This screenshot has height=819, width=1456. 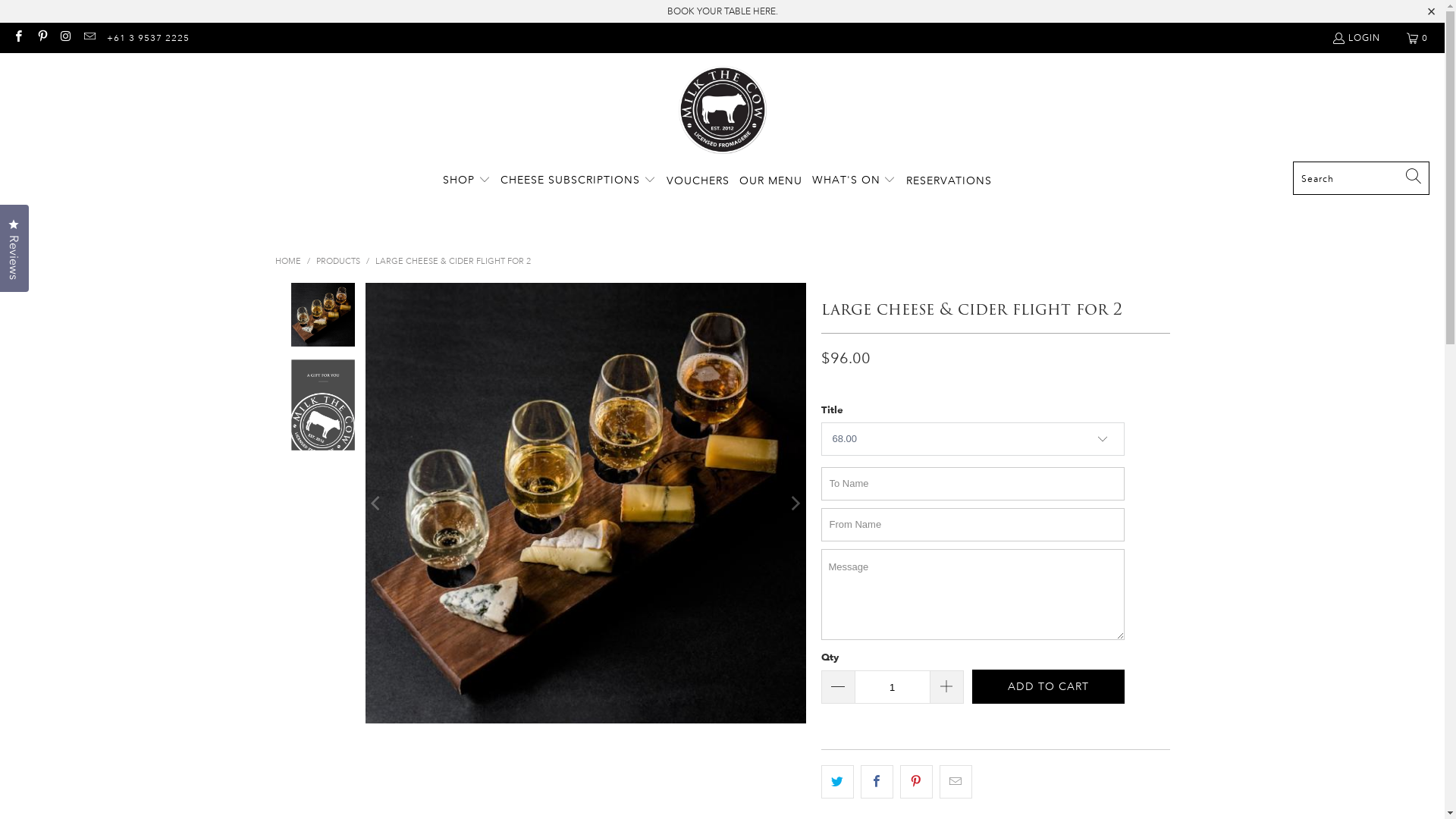 What do you see at coordinates (971, 686) in the screenshot?
I see `'ADD TO CART'` at bounding box center [971, 686].